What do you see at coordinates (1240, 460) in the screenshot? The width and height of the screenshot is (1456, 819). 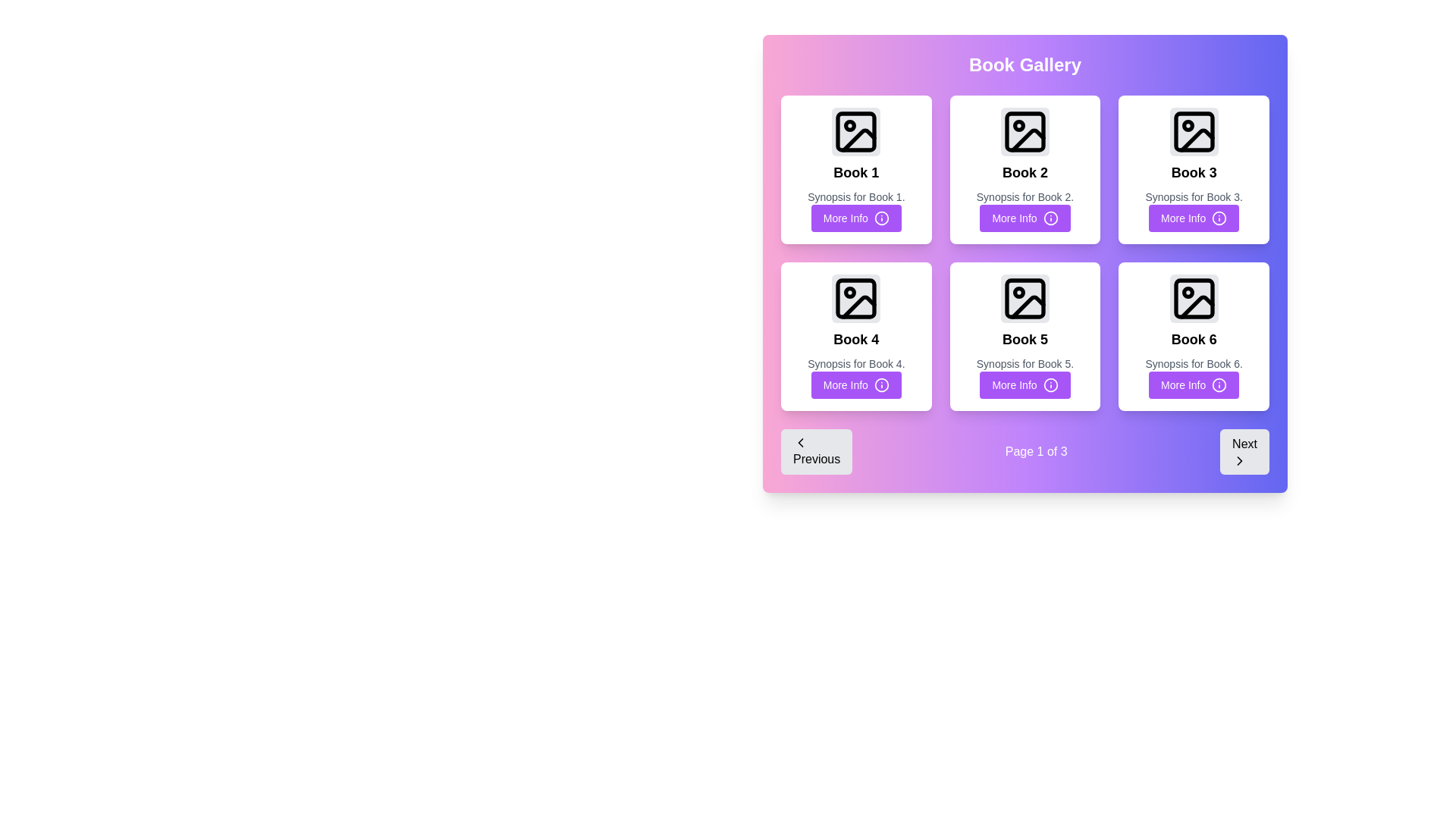 I see `the 'Next' button containing the arrow icon to navigate to the next page of the gallery or list interface` at bounding box center [1240, 460].